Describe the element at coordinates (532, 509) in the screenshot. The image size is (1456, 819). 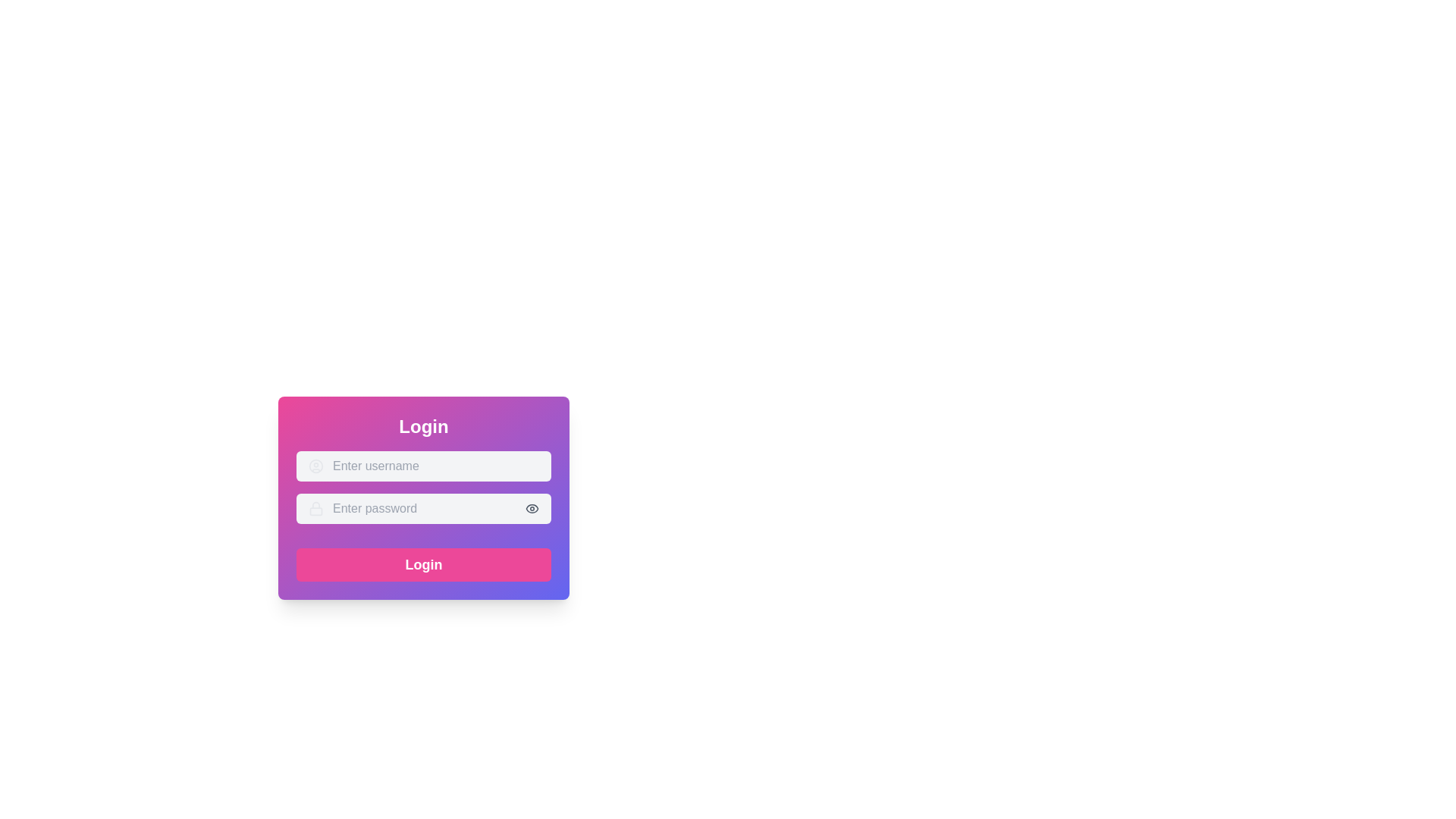
I see `the eye icon button for toggling password visibility, which is located on the right side inside the password input field` at that location.